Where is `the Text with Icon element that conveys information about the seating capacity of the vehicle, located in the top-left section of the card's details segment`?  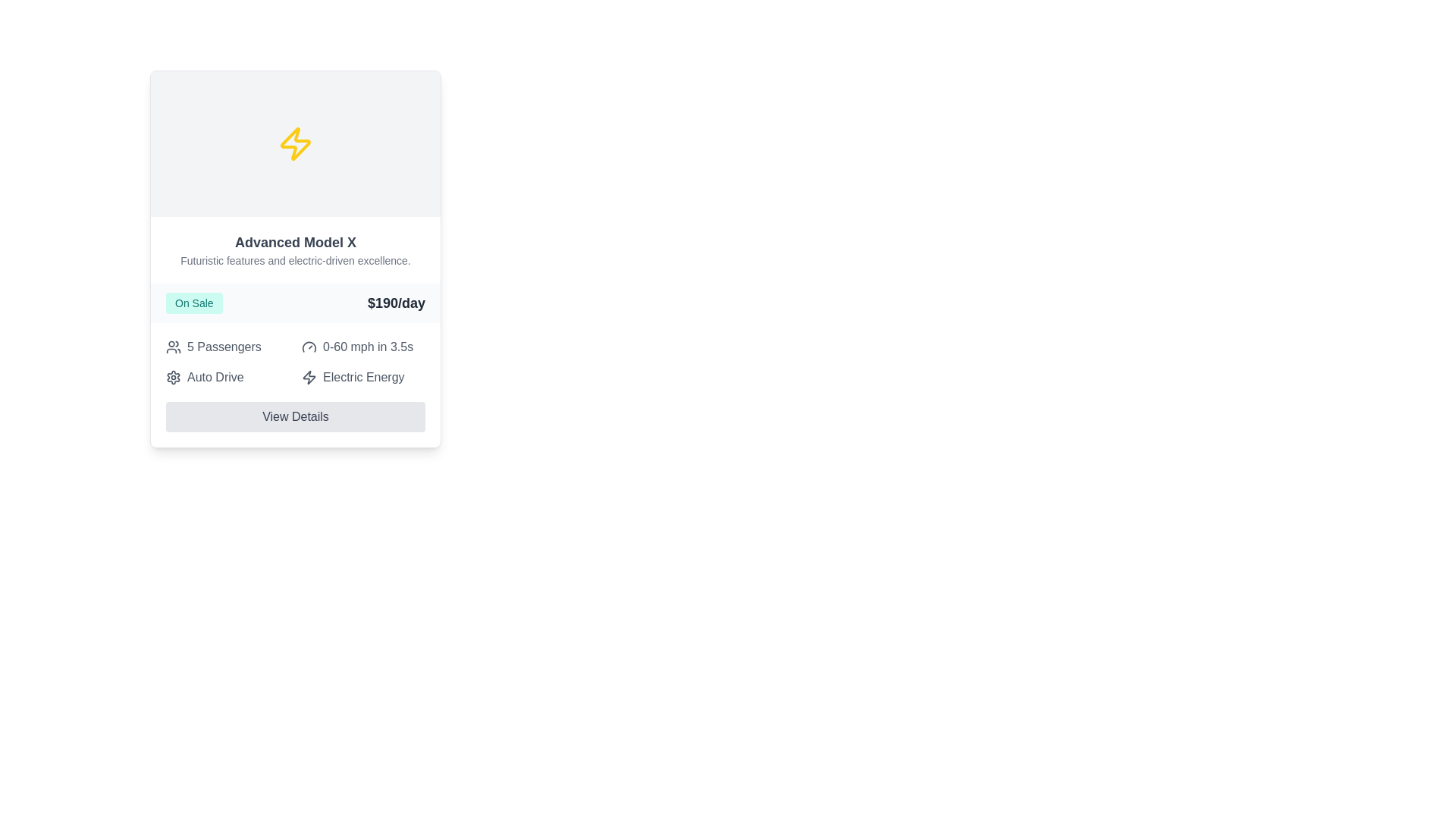 the Text with Icon element that conveys information about the seating capacity of the vehicle, located in the top-left section of the card's details segment is located at coordinates (227, 347).